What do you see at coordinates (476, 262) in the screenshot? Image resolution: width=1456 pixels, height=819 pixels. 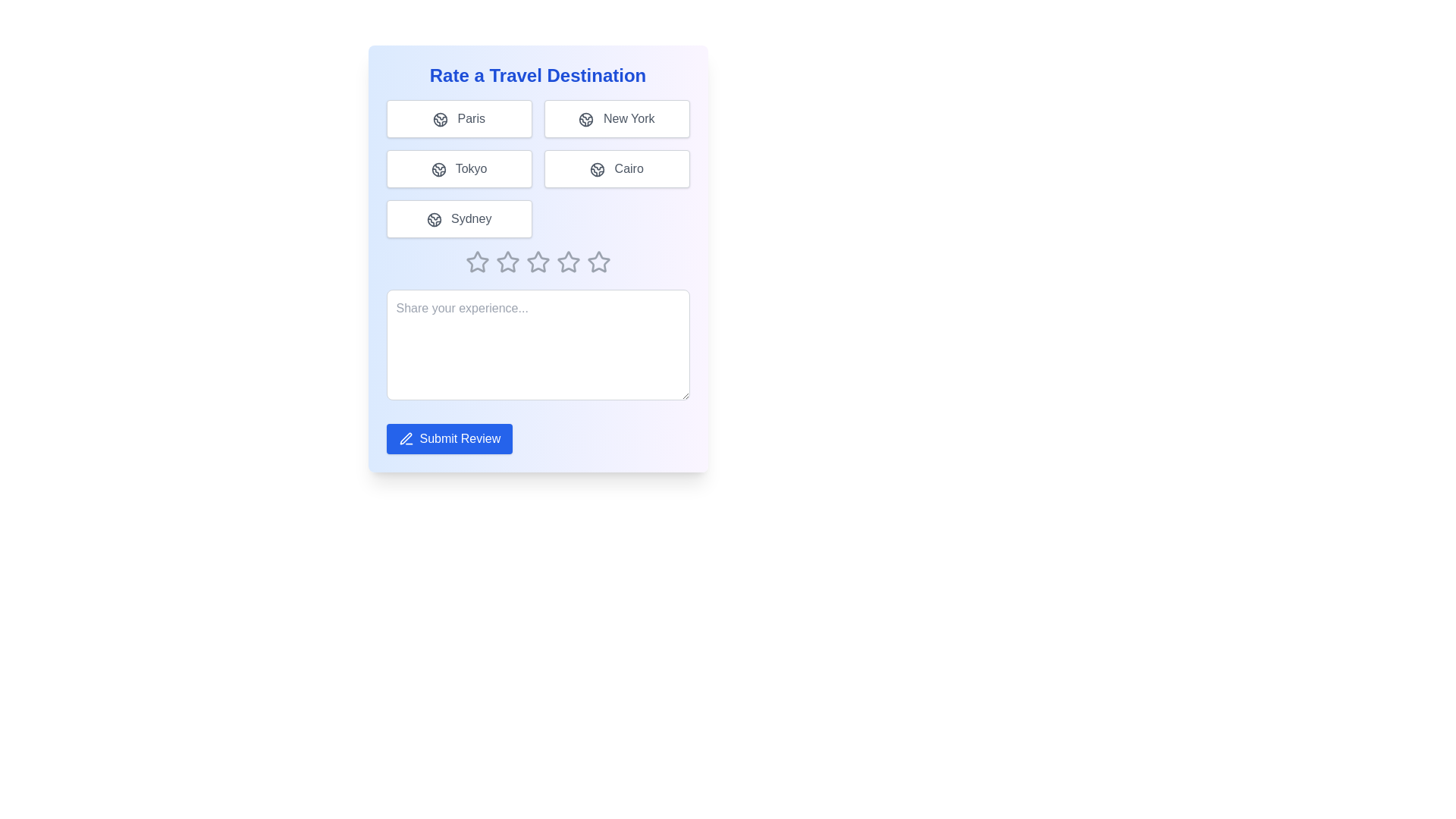 I see `the first gray, hollow star icon in the row of rating stars located directly beneath the text input field with the placeholder 'Share your experience...' to rate it` at bounding box center [476, 262].